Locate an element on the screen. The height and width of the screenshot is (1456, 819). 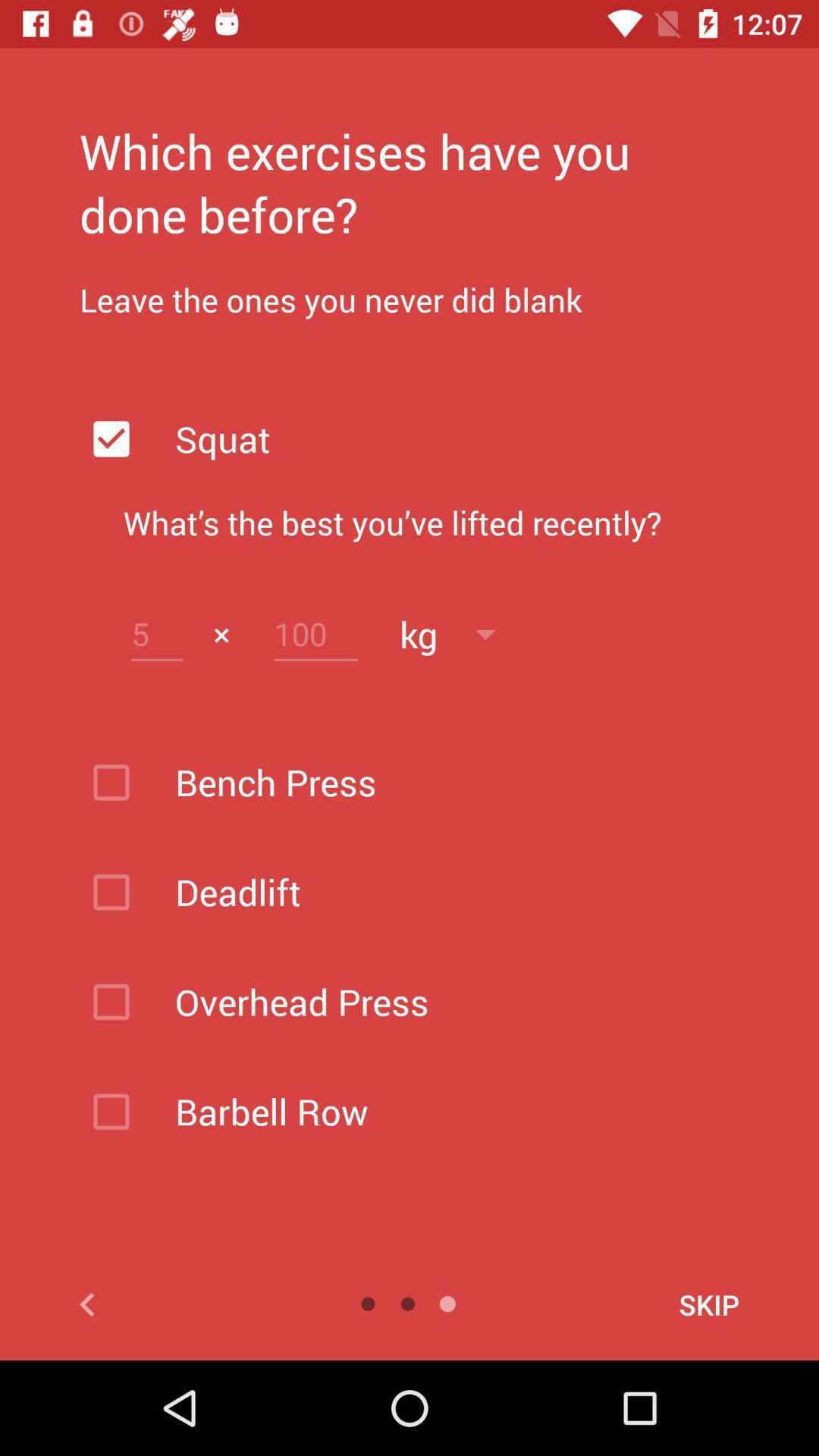
text box to enter number is located at coordinates (157, 634).